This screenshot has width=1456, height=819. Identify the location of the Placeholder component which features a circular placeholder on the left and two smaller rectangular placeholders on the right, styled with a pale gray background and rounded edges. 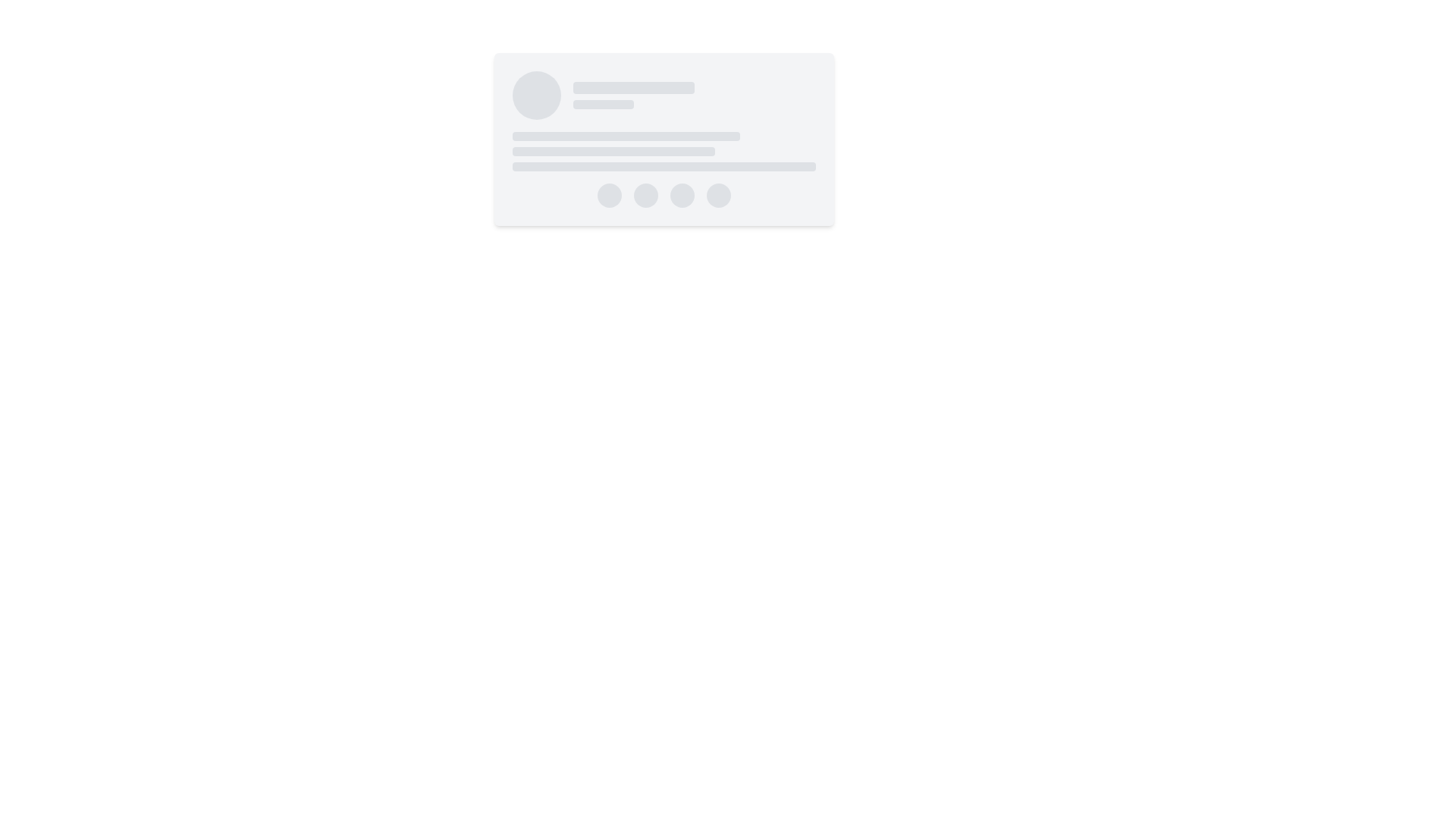
(664, 96).